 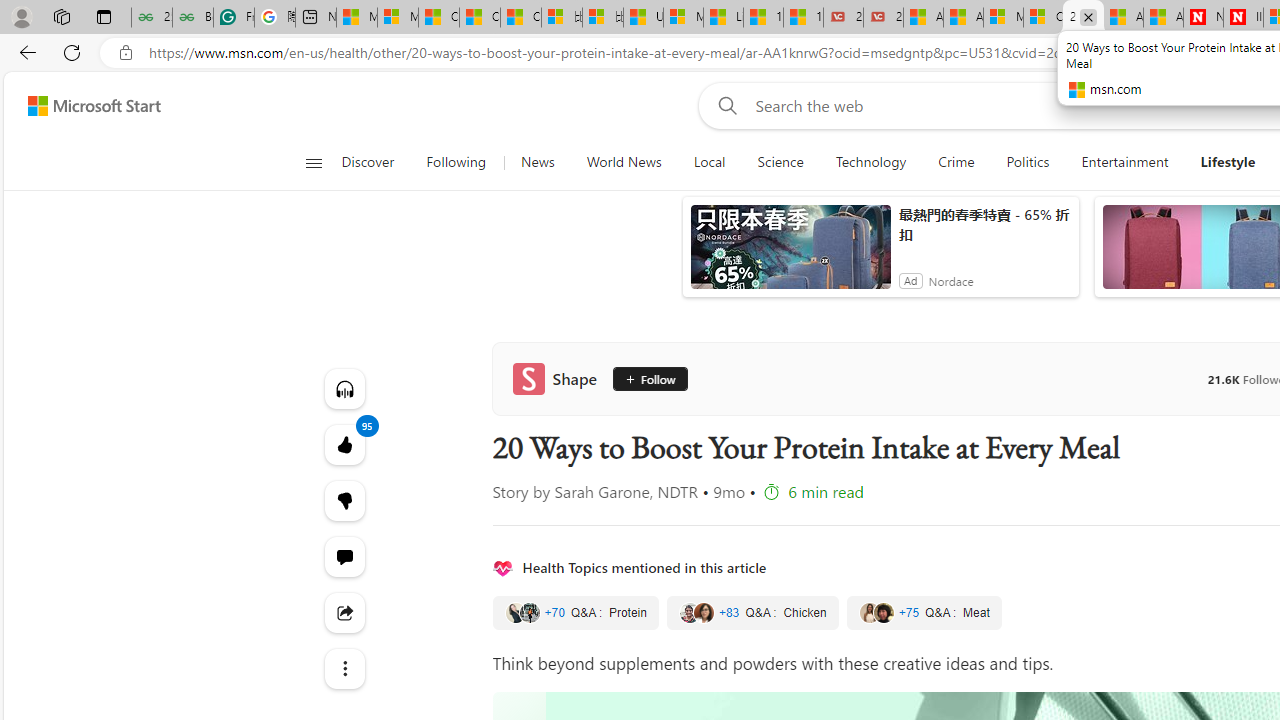 I want to click on 'Class: button-glyph', so click(x=312, y=162).